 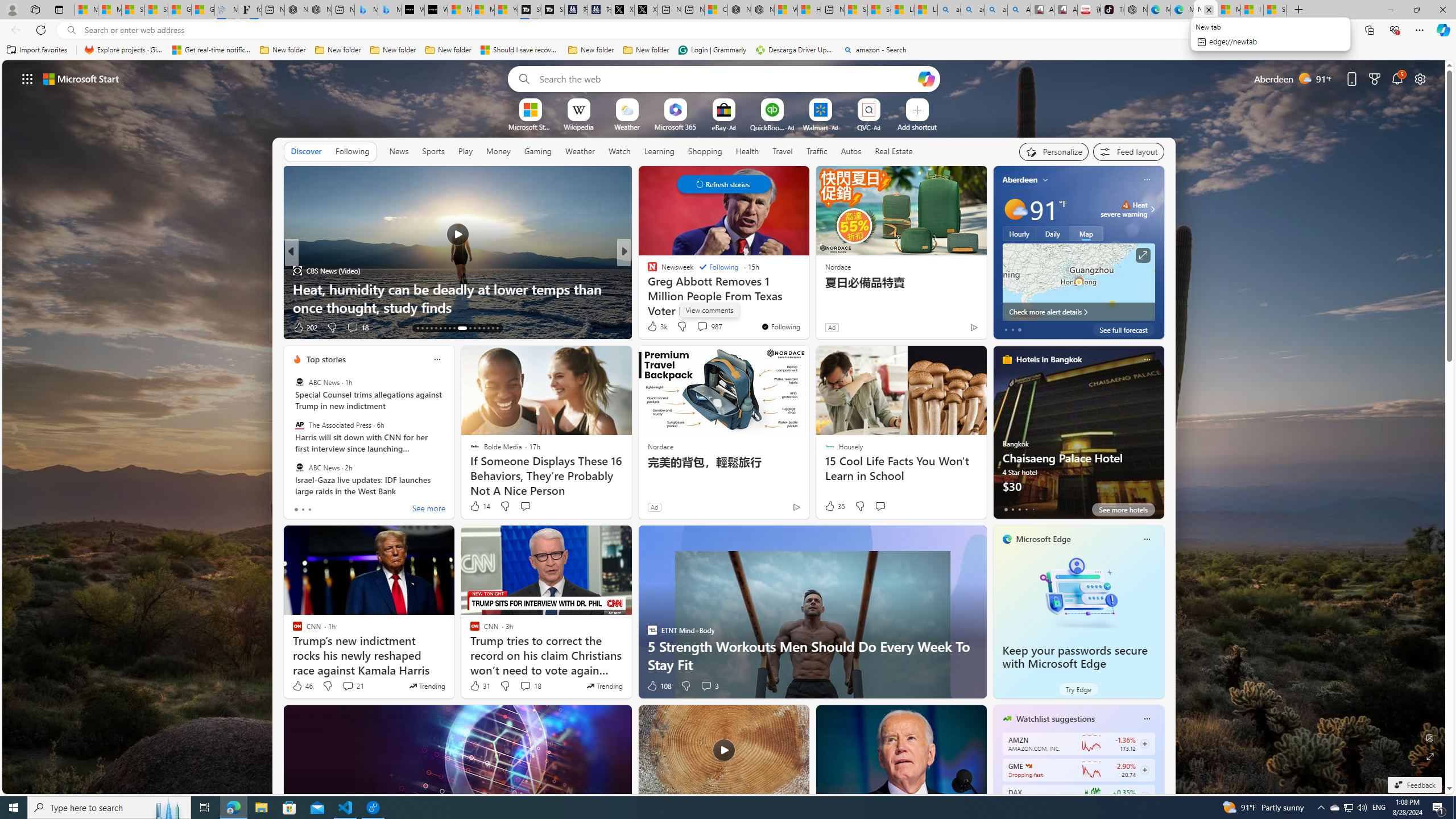 What do you see at coordinates (81, 78) in the screenshot?
I see `'Microsoft start'` at bounding box center [81, 78].